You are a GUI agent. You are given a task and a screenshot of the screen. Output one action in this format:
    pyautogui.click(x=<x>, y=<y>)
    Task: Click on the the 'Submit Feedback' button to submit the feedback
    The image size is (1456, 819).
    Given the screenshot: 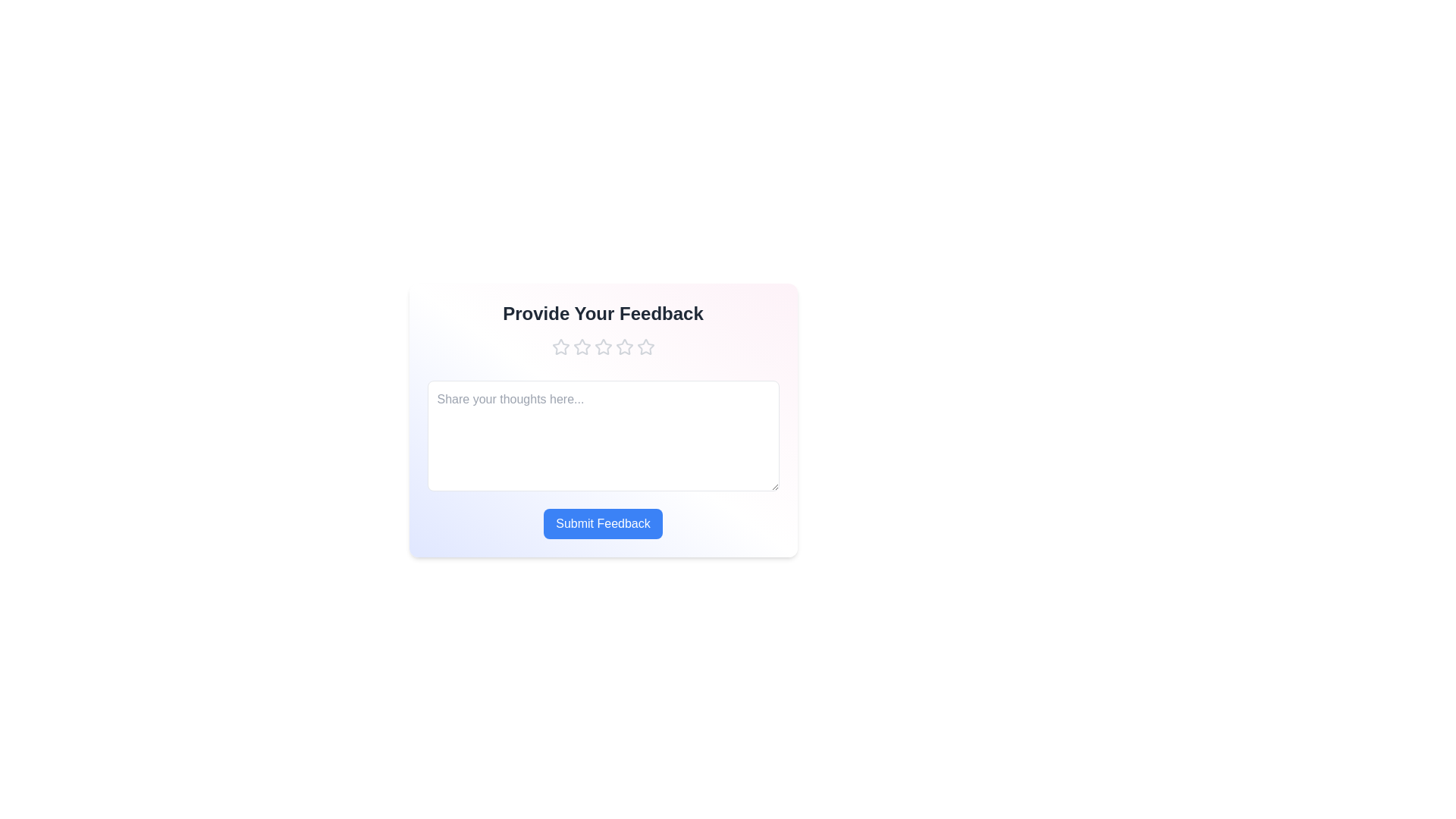 What is the action you would take?
    pyautogui.click(x=602, y=522)
    